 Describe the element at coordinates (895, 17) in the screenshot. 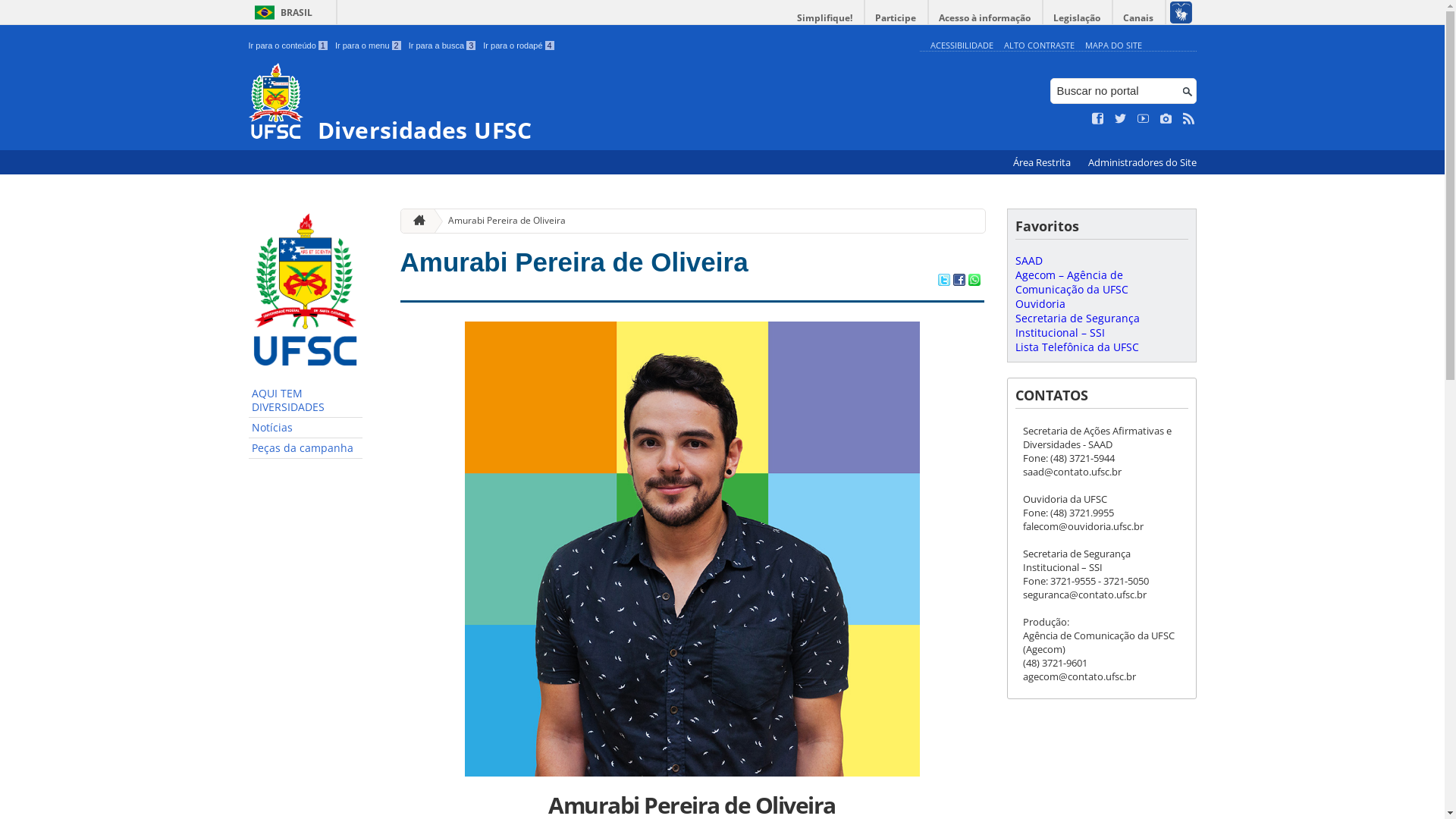

I see `'Participe'` at that location.